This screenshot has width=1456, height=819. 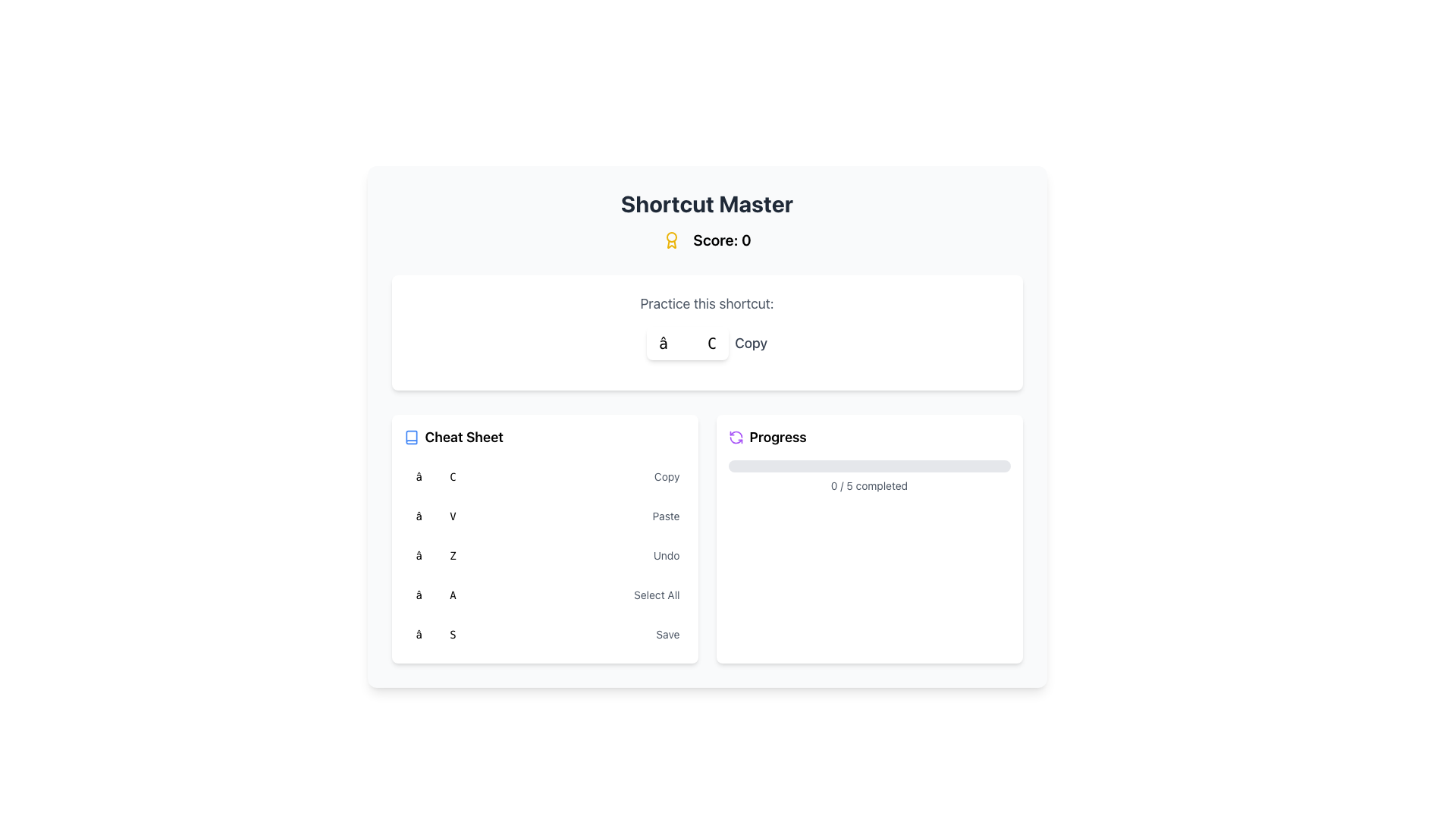 What do you see at coordinates (706, 304) in the screenshot?
I see `the Text label that introduces the functionality or instruction for the shortcut keys displayed below, located in the upper center part of the interface` at bounding box center [706, 304].